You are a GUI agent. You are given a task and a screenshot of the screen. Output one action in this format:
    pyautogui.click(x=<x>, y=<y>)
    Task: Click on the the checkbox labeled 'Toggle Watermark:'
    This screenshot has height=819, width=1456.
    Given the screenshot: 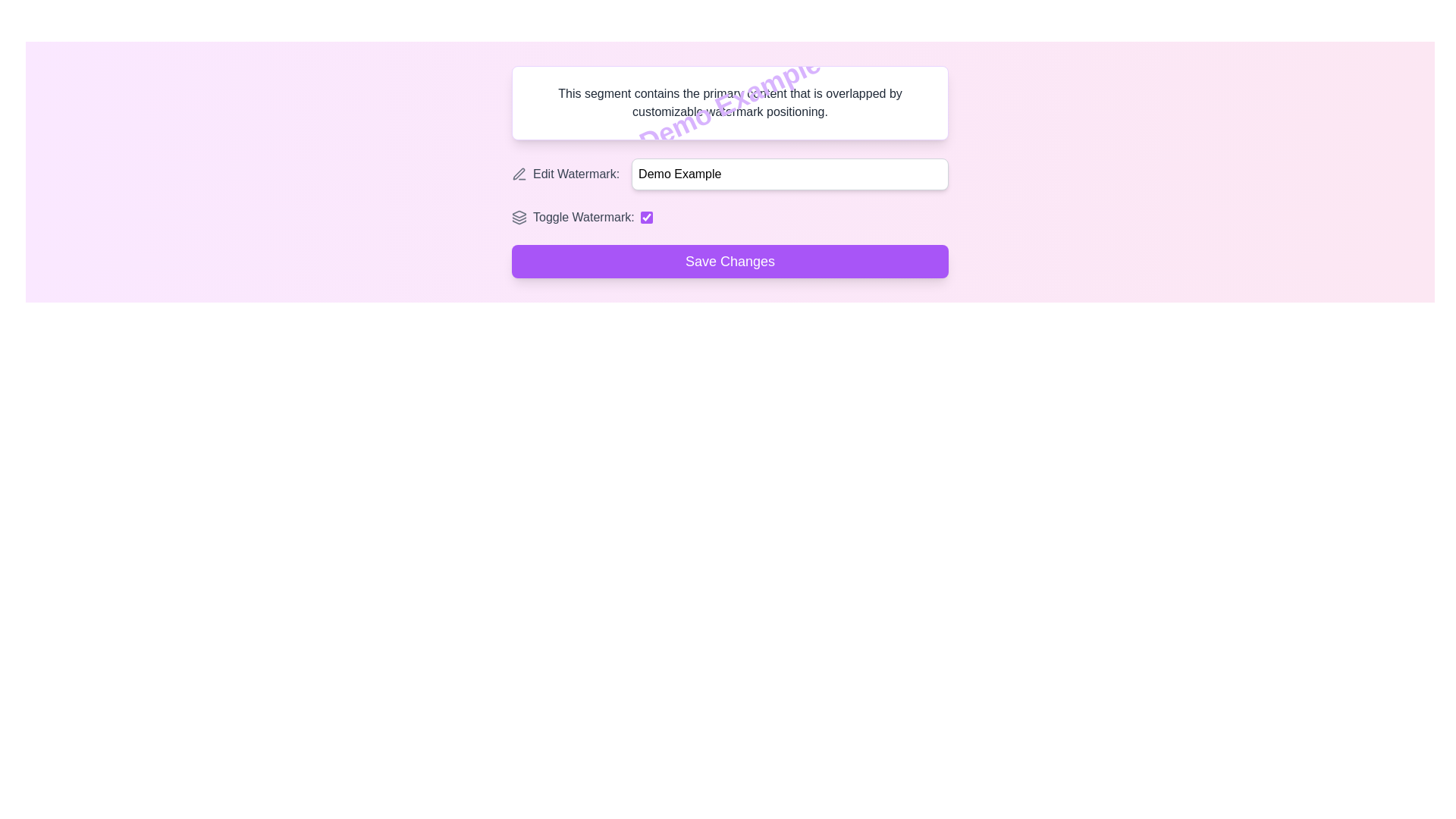 What is the action you would take?
    pyautogui.click(x=730, y=217)
    